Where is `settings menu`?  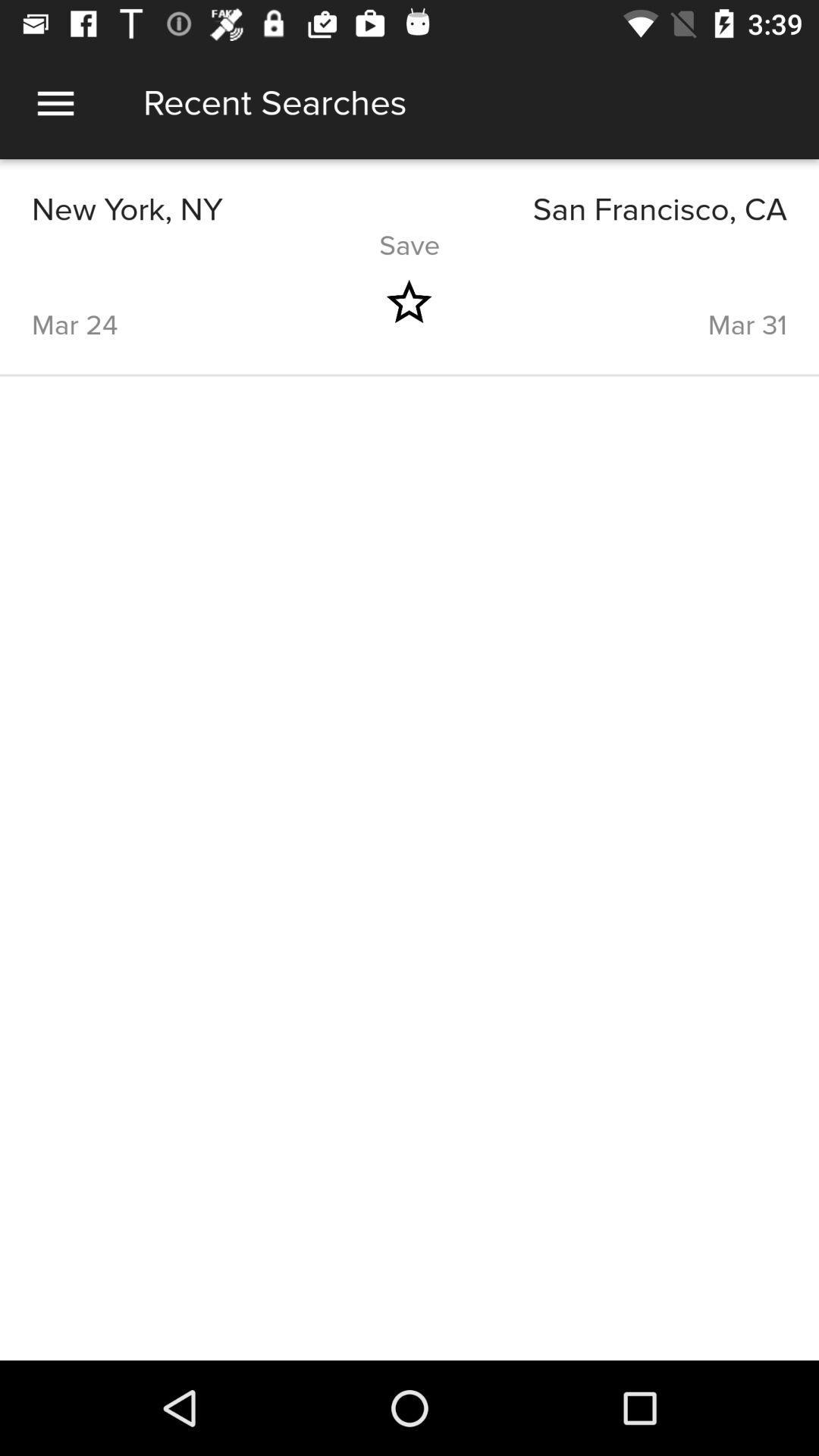 settings menu is located at coordinates (55, 102).